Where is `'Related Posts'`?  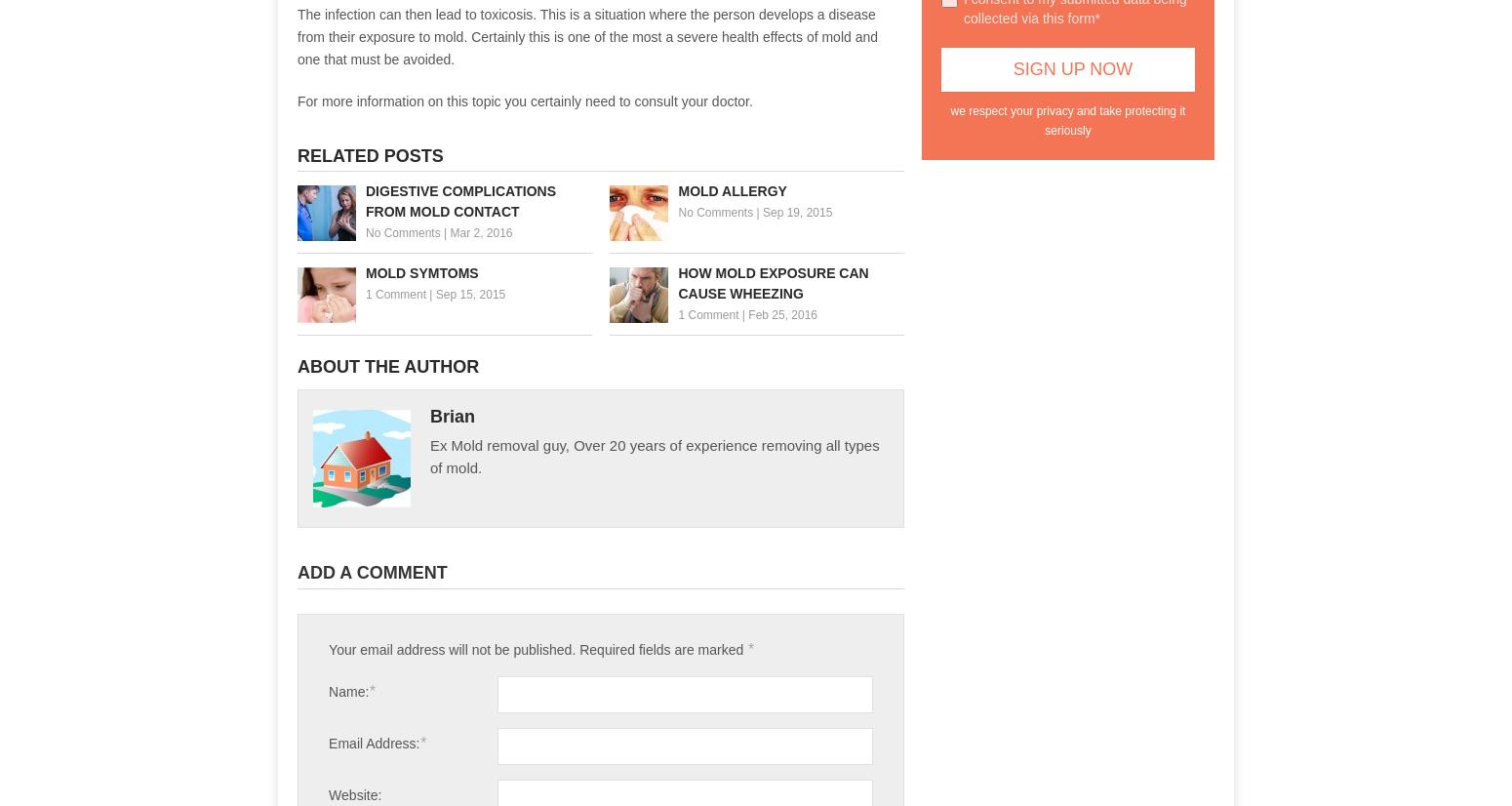
'Related Posts' is located at coordinates (369, 154).